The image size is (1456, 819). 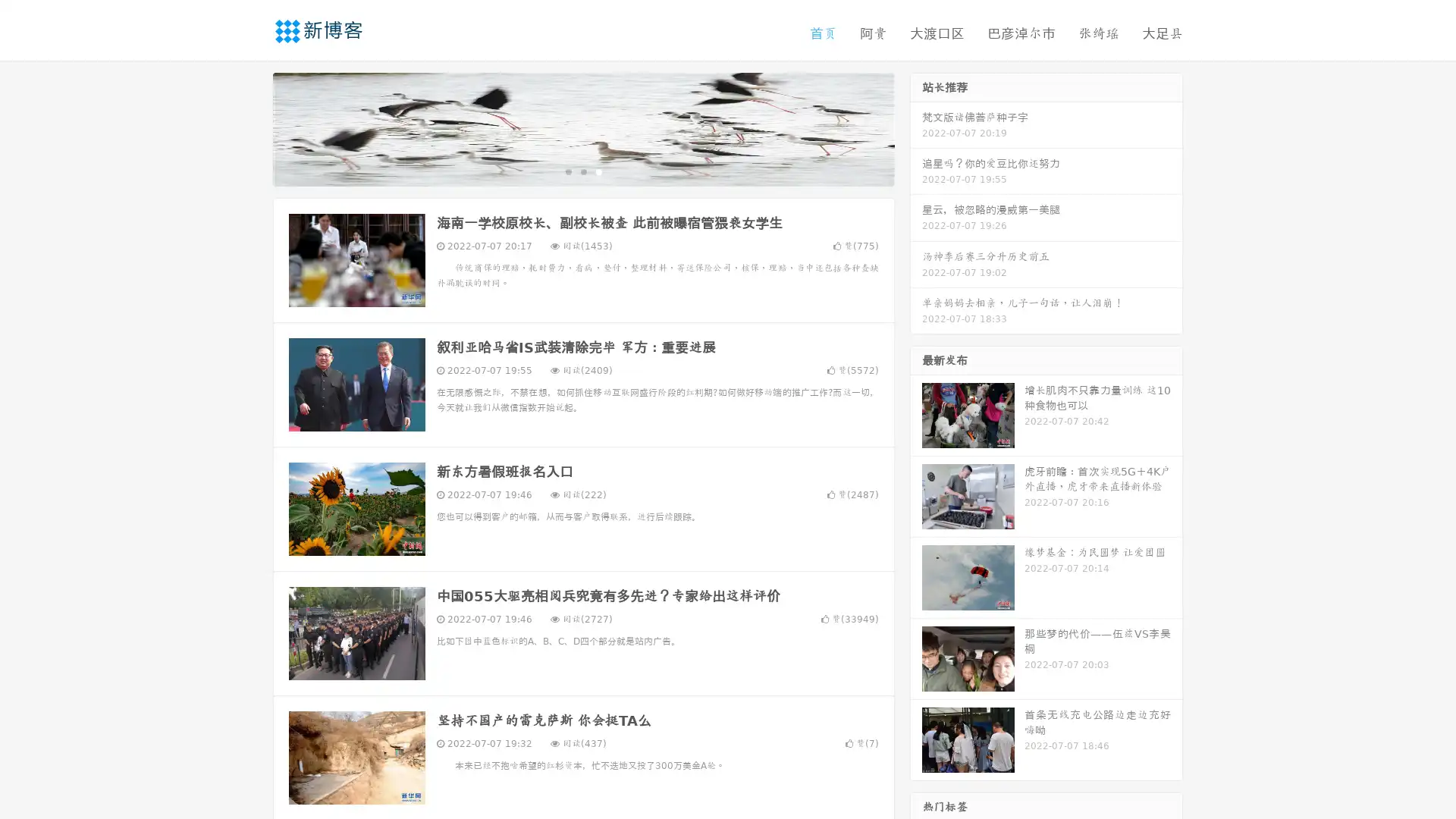 What do you see at coordinates (250, 127) in the screenshot?
I see `Previous slide` at bounding box center [250, 127].